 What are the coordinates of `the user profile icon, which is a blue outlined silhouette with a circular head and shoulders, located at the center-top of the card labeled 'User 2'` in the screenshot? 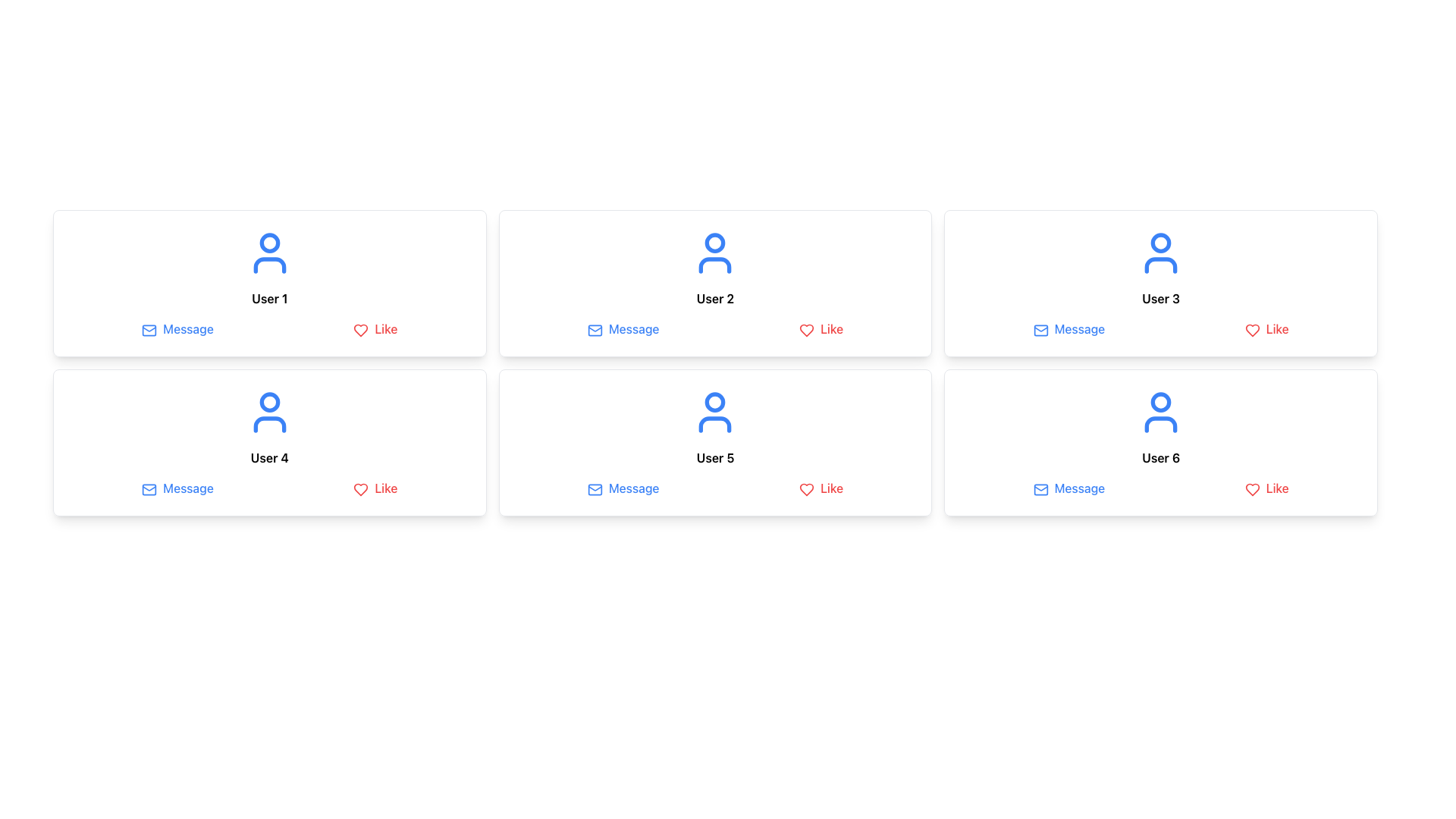 It's located at (714, 253).